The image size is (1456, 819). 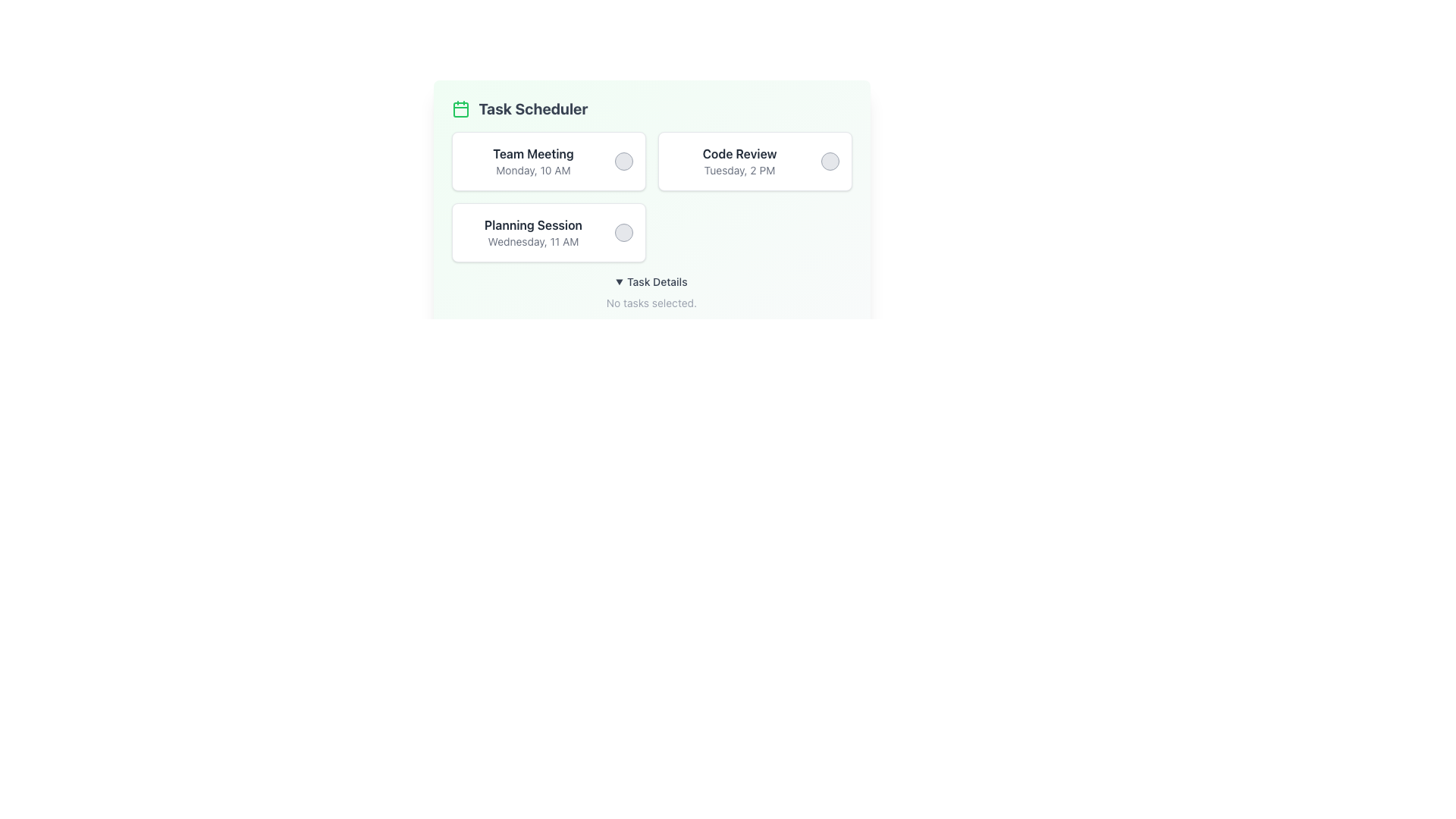 I want to click on the circular gray button with a darker gray outline located in the top-right corner of the 'Code Review' card, so click(x=829, y=161).